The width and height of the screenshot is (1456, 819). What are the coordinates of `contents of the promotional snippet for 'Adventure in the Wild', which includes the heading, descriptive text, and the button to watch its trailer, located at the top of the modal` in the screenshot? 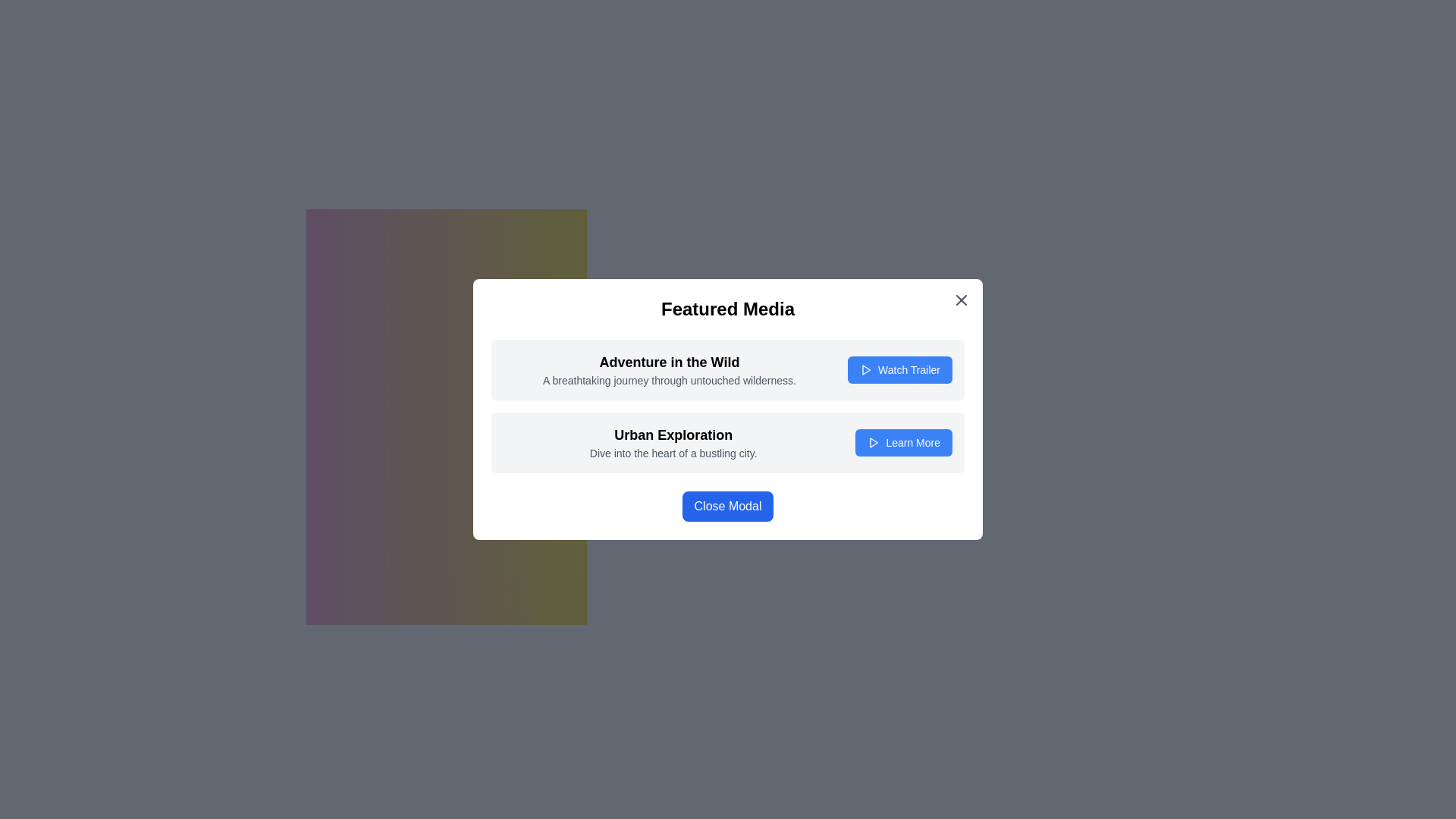 It's located at (728, 370).